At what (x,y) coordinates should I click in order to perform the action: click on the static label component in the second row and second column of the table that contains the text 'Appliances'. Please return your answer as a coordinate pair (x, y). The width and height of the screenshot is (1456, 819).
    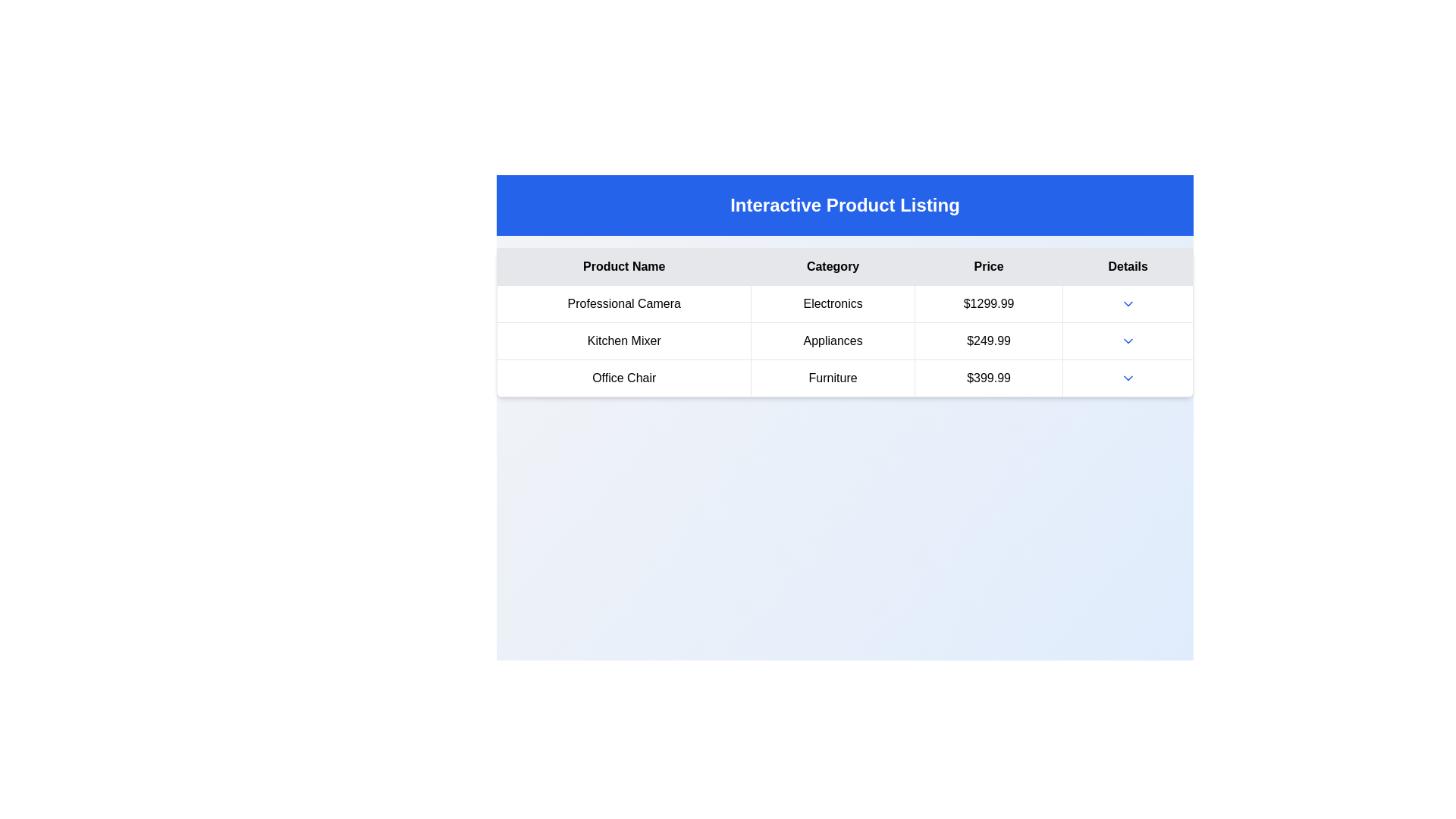
    Looking at the image, I should click on (844, 341).